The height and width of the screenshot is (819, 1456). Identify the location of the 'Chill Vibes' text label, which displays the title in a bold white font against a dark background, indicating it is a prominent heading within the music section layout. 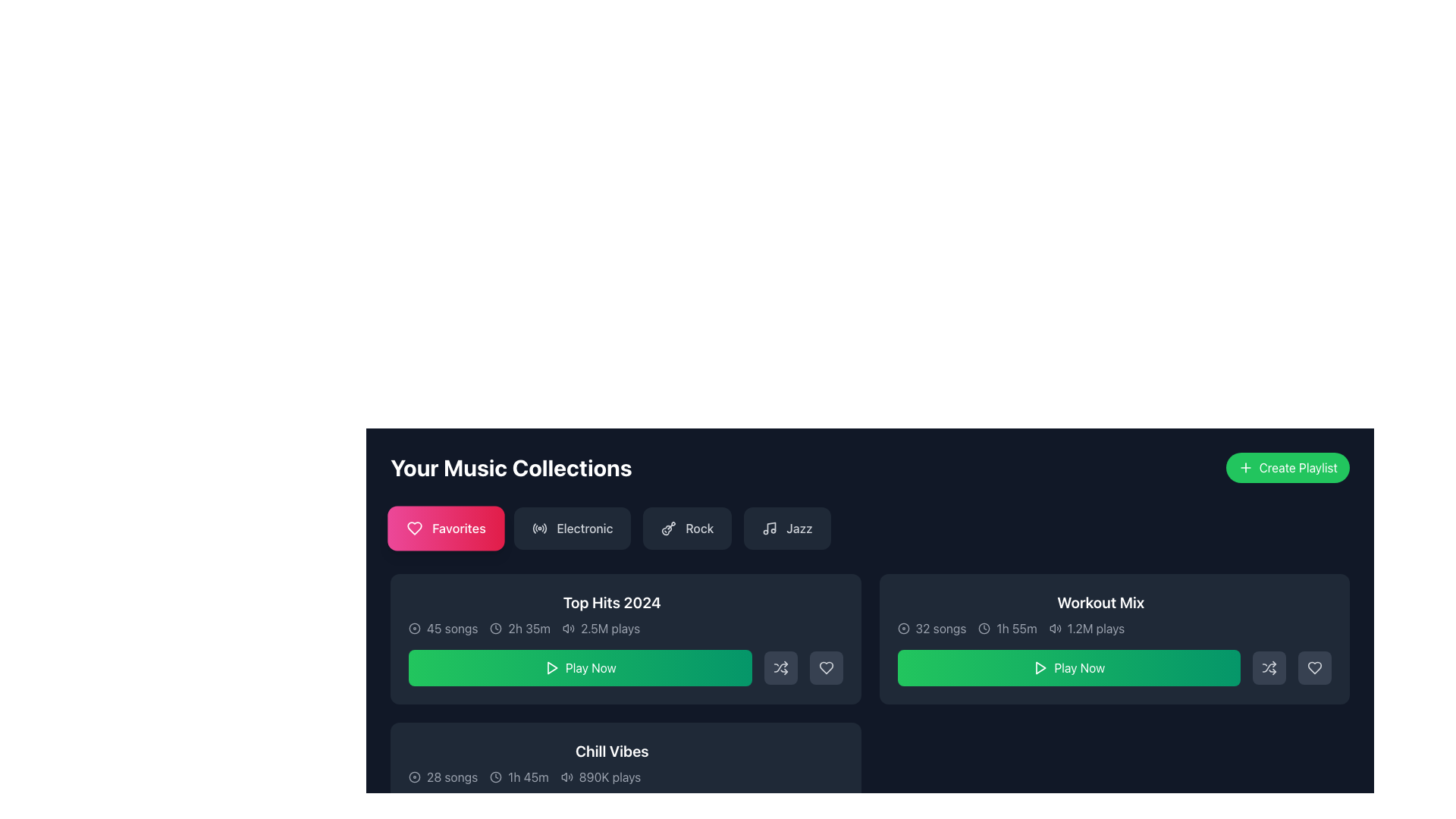
(612, 752).